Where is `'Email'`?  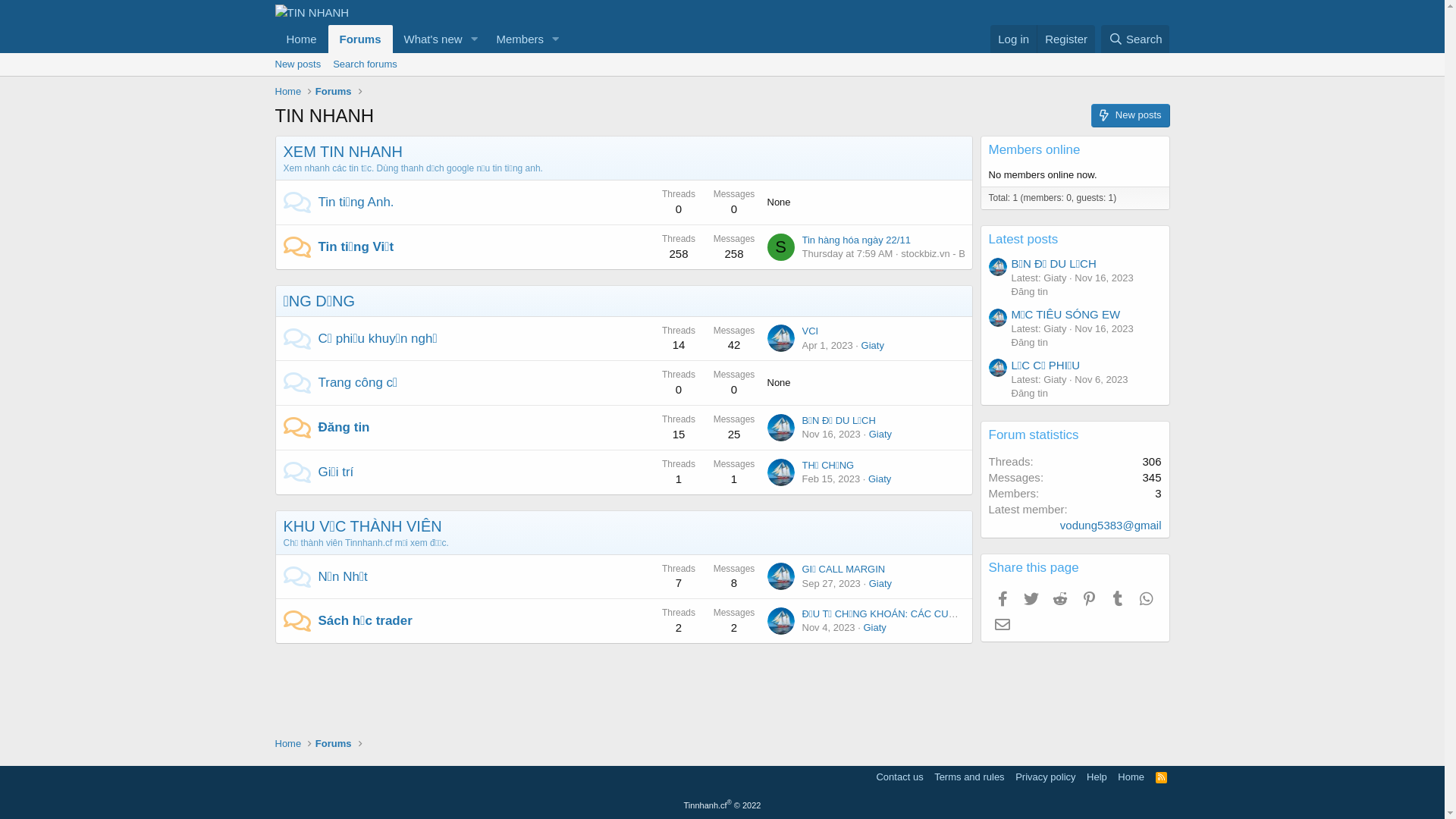
'Email' is located at coordinates (1002, 623).